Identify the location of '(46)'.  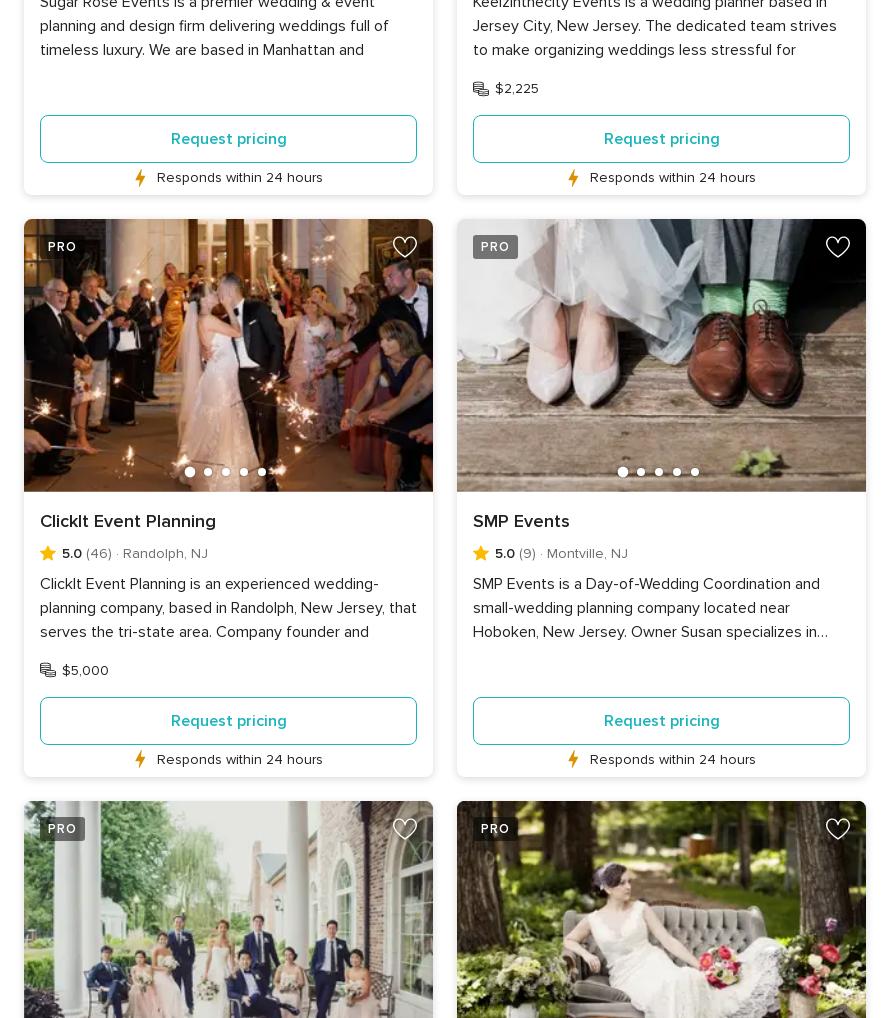
(96, 551).